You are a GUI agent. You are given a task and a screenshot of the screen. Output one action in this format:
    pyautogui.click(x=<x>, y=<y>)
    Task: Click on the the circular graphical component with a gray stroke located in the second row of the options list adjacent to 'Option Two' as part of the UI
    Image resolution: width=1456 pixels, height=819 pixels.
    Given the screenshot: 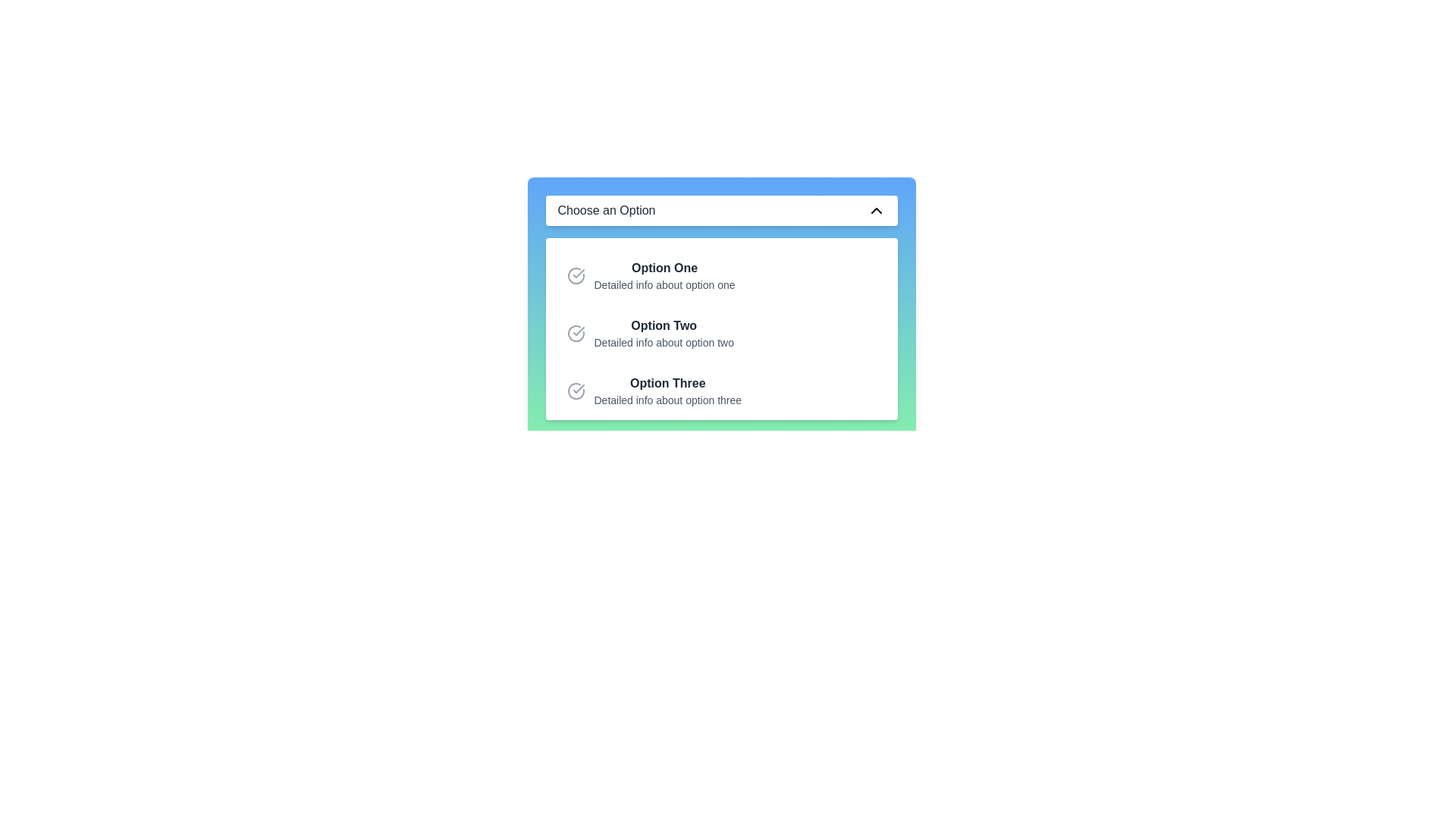 What is the action you would take?
    pyautogui.click(x=575, y=332)
    